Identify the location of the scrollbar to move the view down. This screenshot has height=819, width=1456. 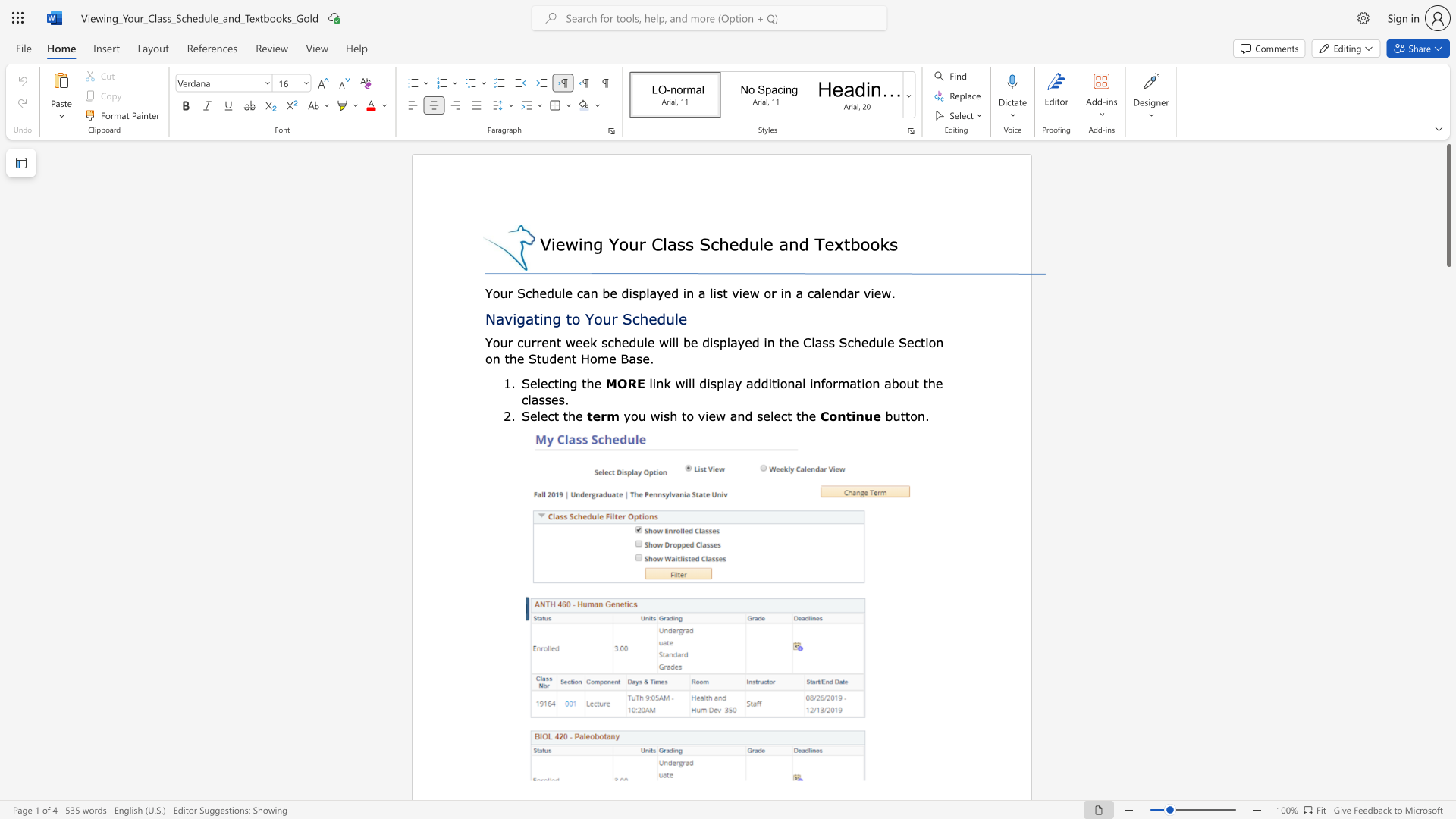
(1448, 439).